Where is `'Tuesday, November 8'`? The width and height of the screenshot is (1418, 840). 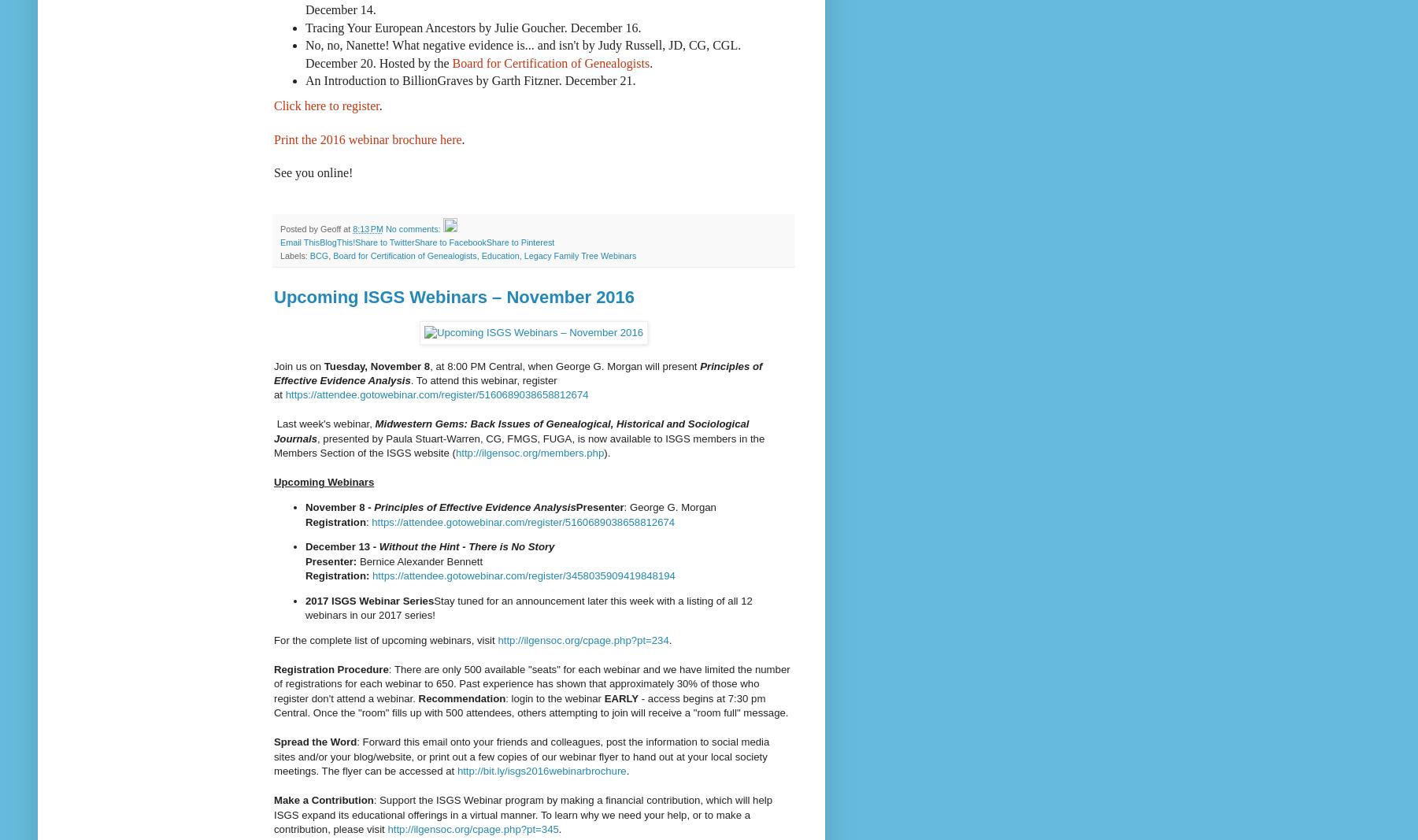
'Tuesday, November 8' is located at coordinates (376, 364).